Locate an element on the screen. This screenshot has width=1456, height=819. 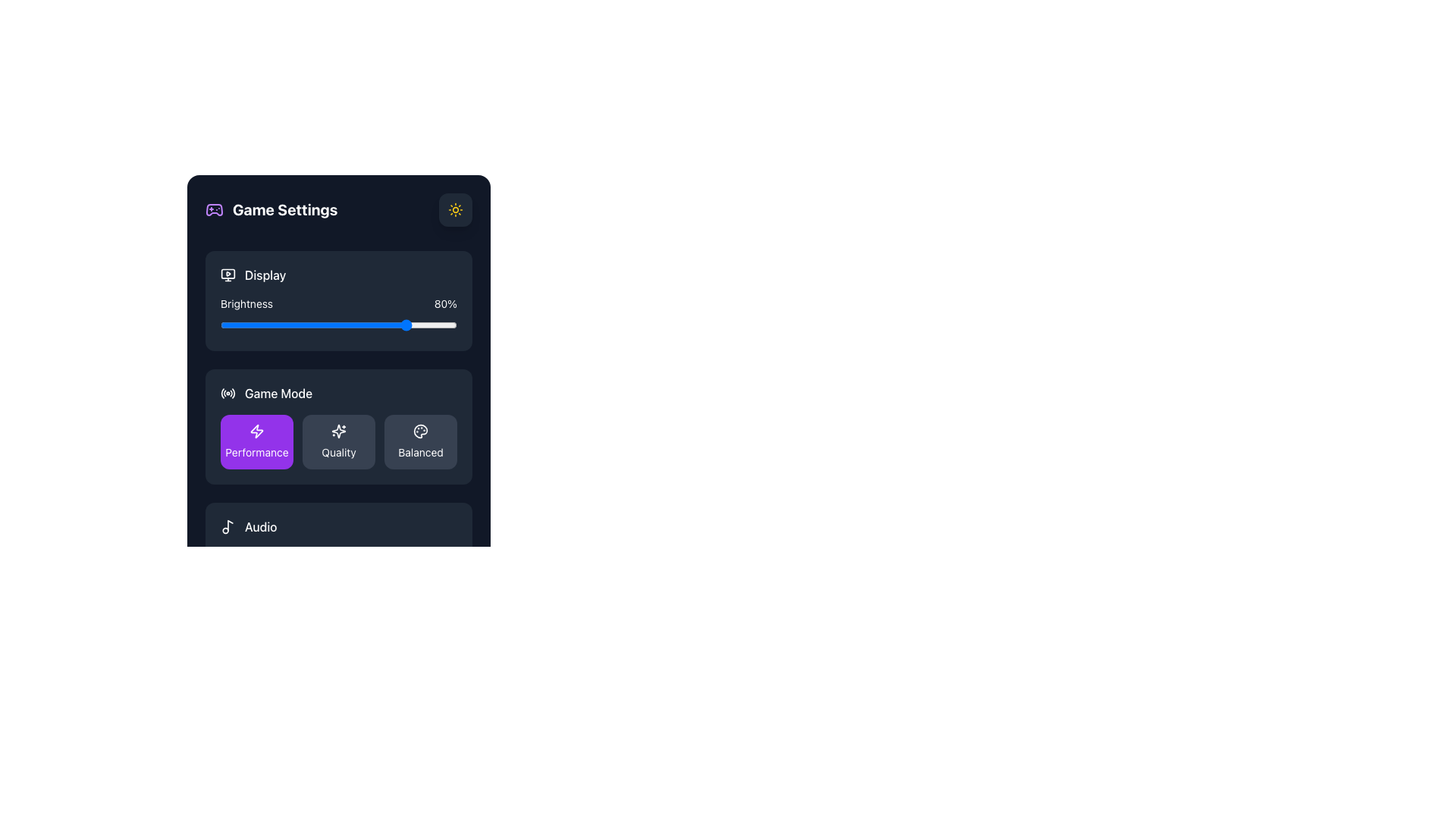
brightness is located at coordinates (270, 324).